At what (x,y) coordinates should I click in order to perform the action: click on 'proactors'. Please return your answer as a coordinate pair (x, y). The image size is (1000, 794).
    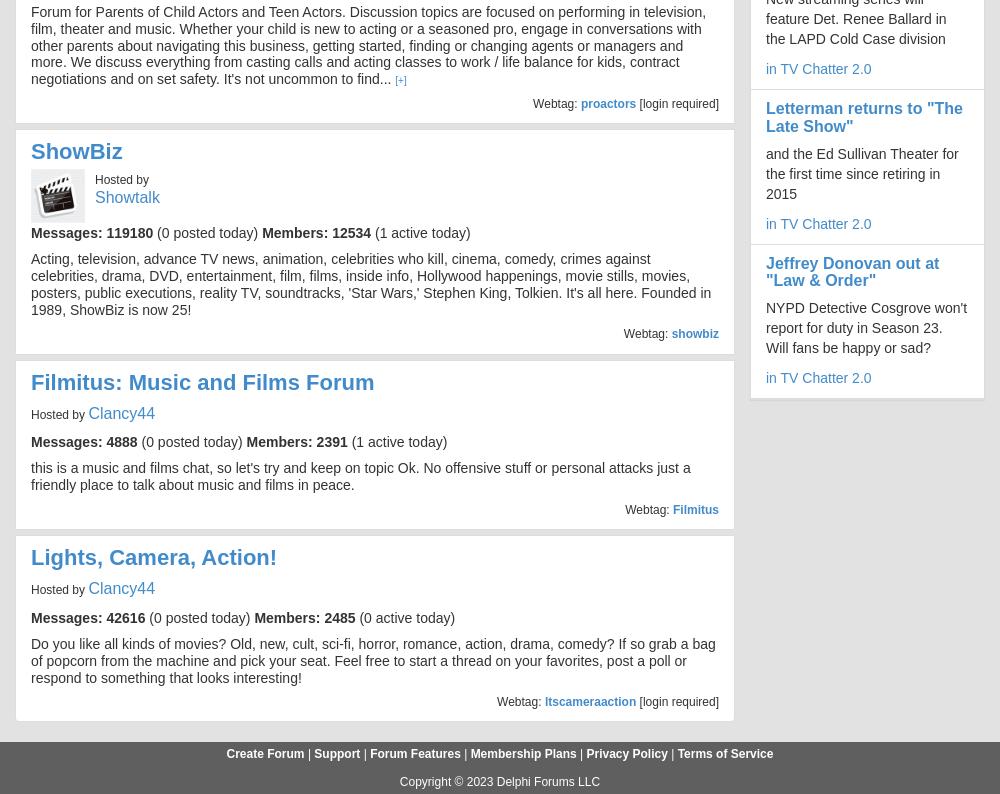
    Looking at the image, I should click on (607, 101).